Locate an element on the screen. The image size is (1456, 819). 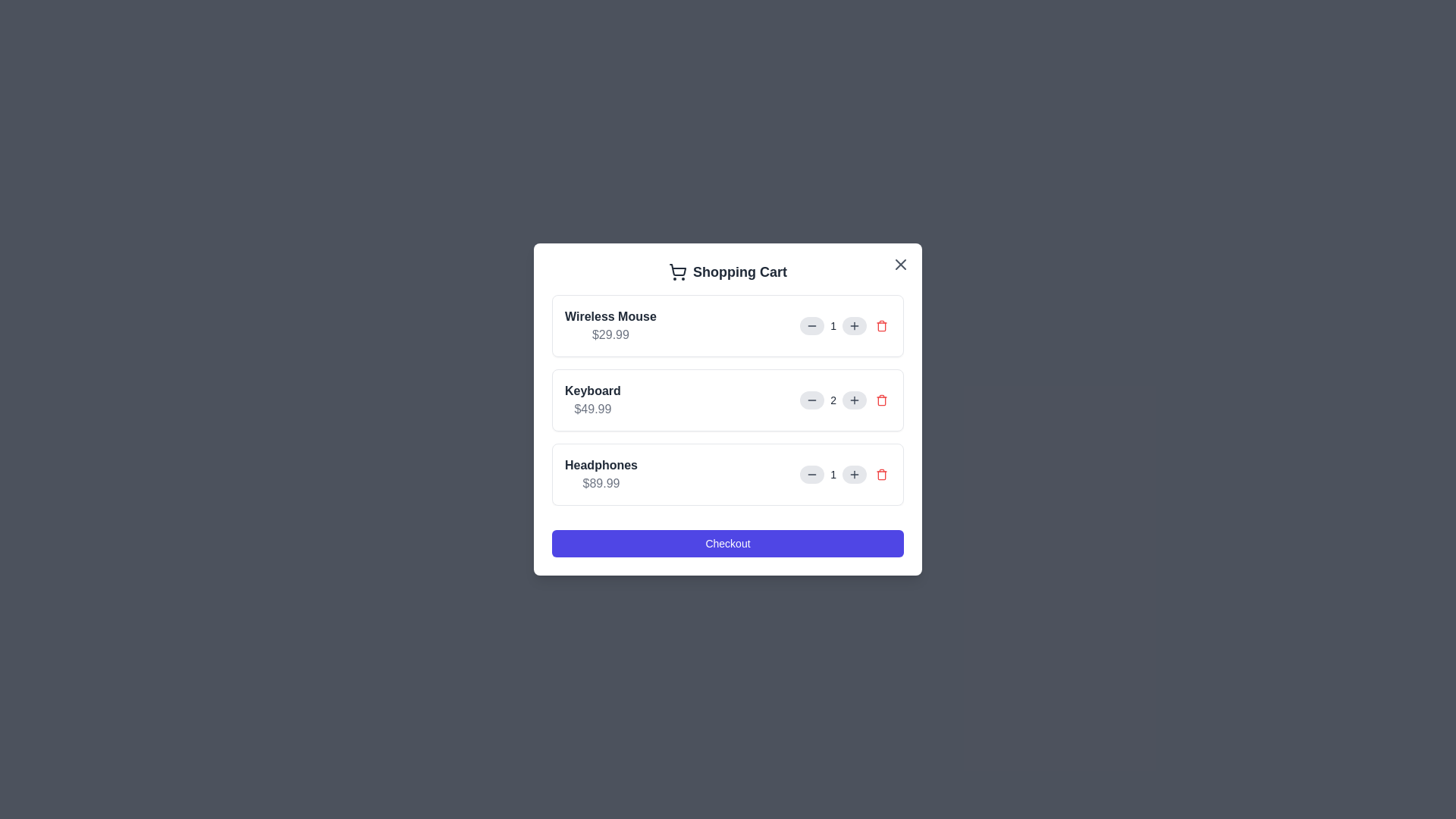
the circular button with a plus icon located in the third entry of the shopping cart list for the 'Headphones' item is located at coordinates (855, 473).